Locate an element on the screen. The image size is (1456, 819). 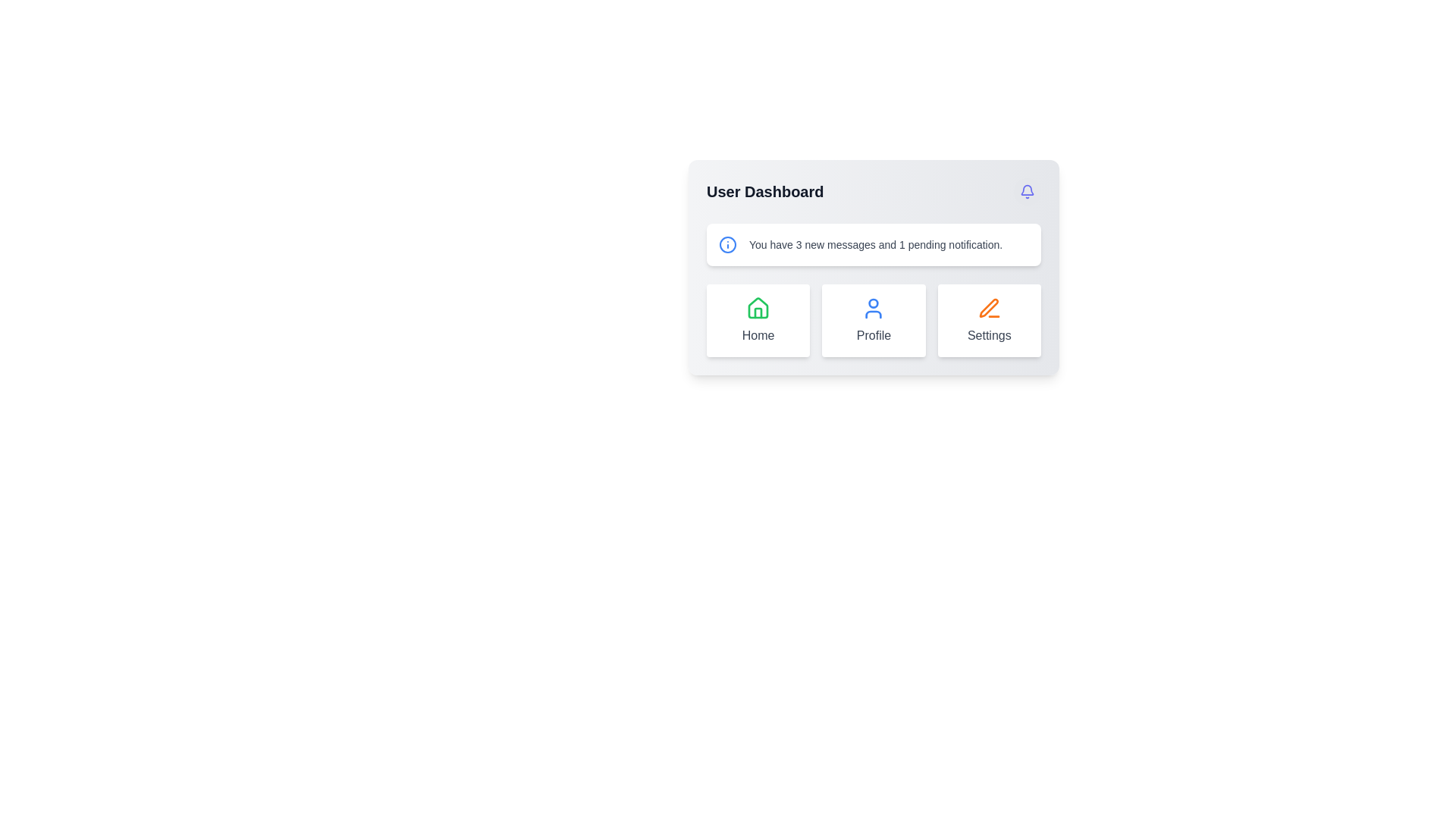
the 'Profile' section represented by the second tile in the 'User Dashboard' grid layout, which visually signifies the user's profile area is located at coordinates (874, 320).